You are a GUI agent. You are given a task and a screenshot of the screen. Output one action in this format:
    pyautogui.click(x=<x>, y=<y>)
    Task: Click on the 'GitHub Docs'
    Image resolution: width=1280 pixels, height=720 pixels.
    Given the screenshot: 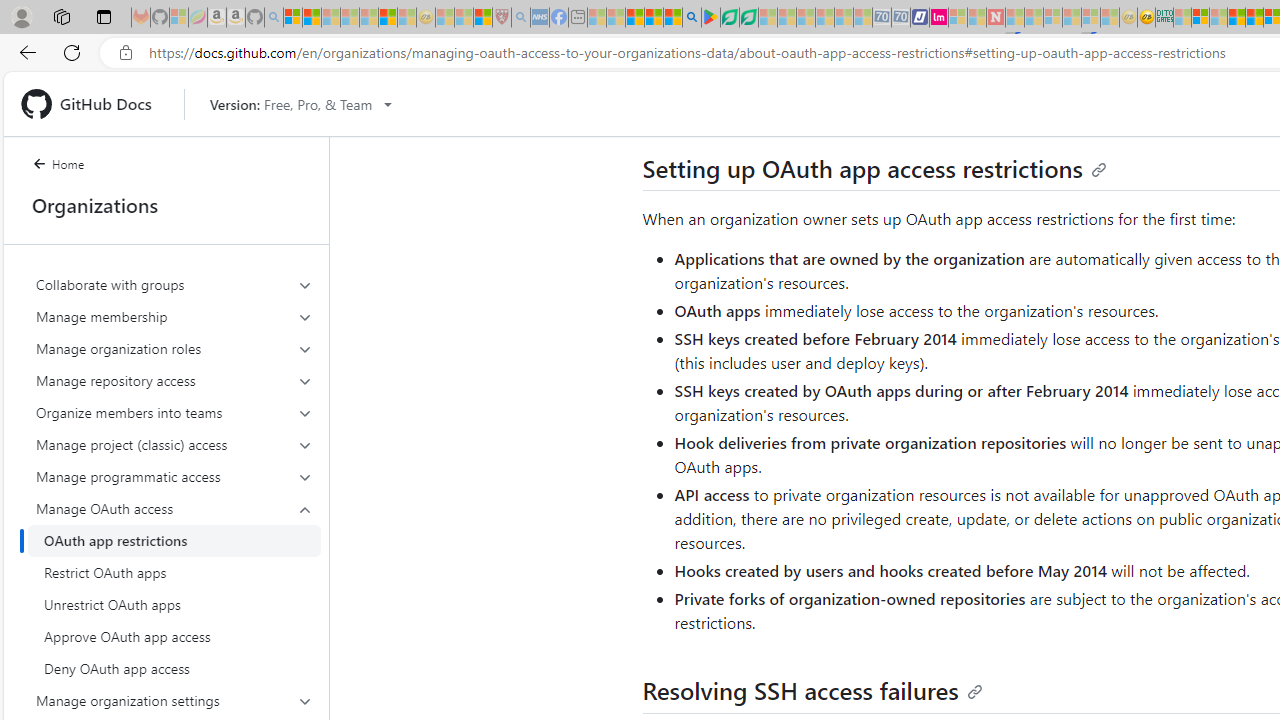 What is the action you would take?
    pyautogui.click(x=93, y=104)
    